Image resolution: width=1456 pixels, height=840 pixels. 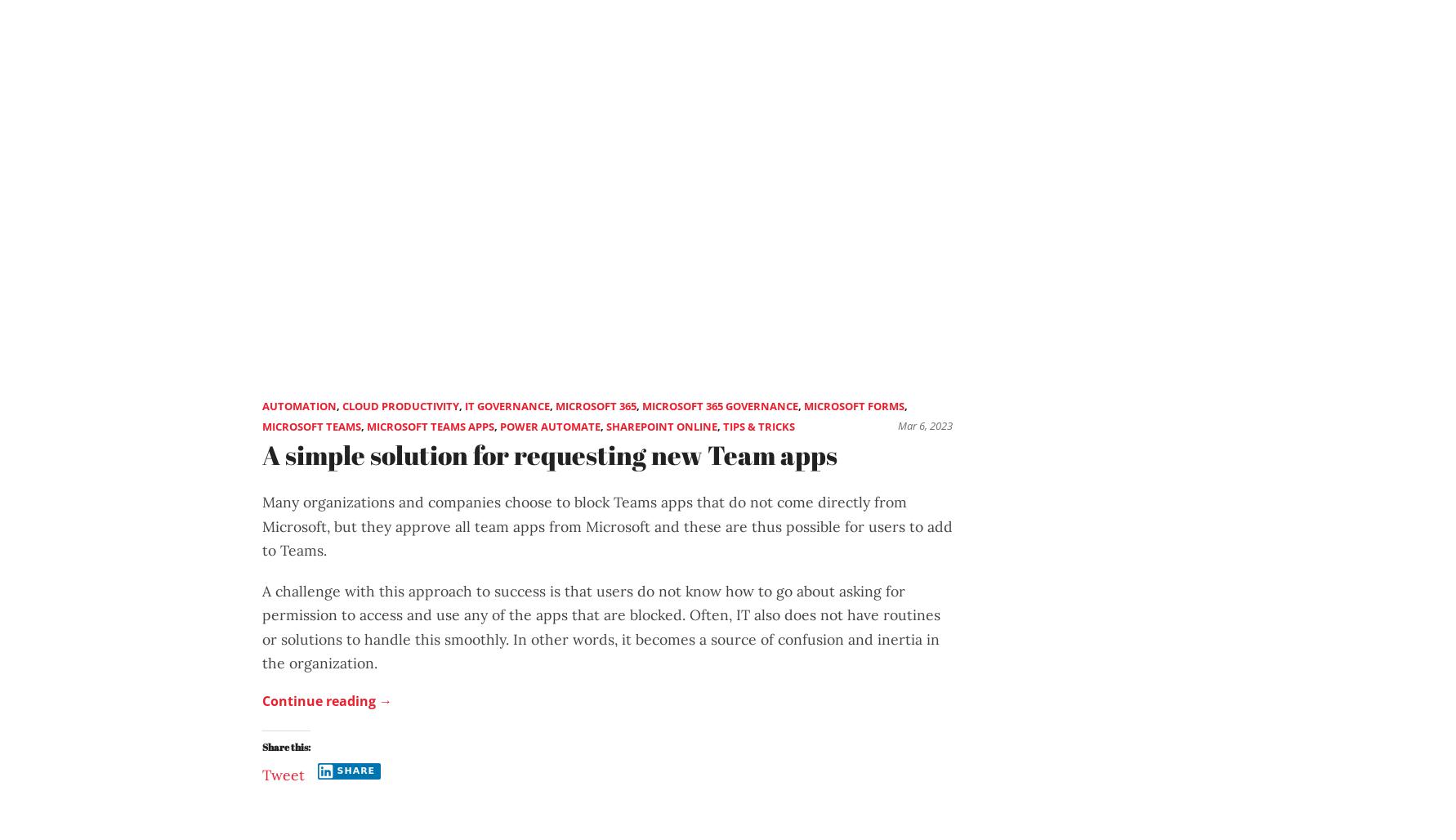 What do you see at coordinates (758, 425) in the screenshot?
I see `'Tips & Tricks'` at bounding box center [758, 425].